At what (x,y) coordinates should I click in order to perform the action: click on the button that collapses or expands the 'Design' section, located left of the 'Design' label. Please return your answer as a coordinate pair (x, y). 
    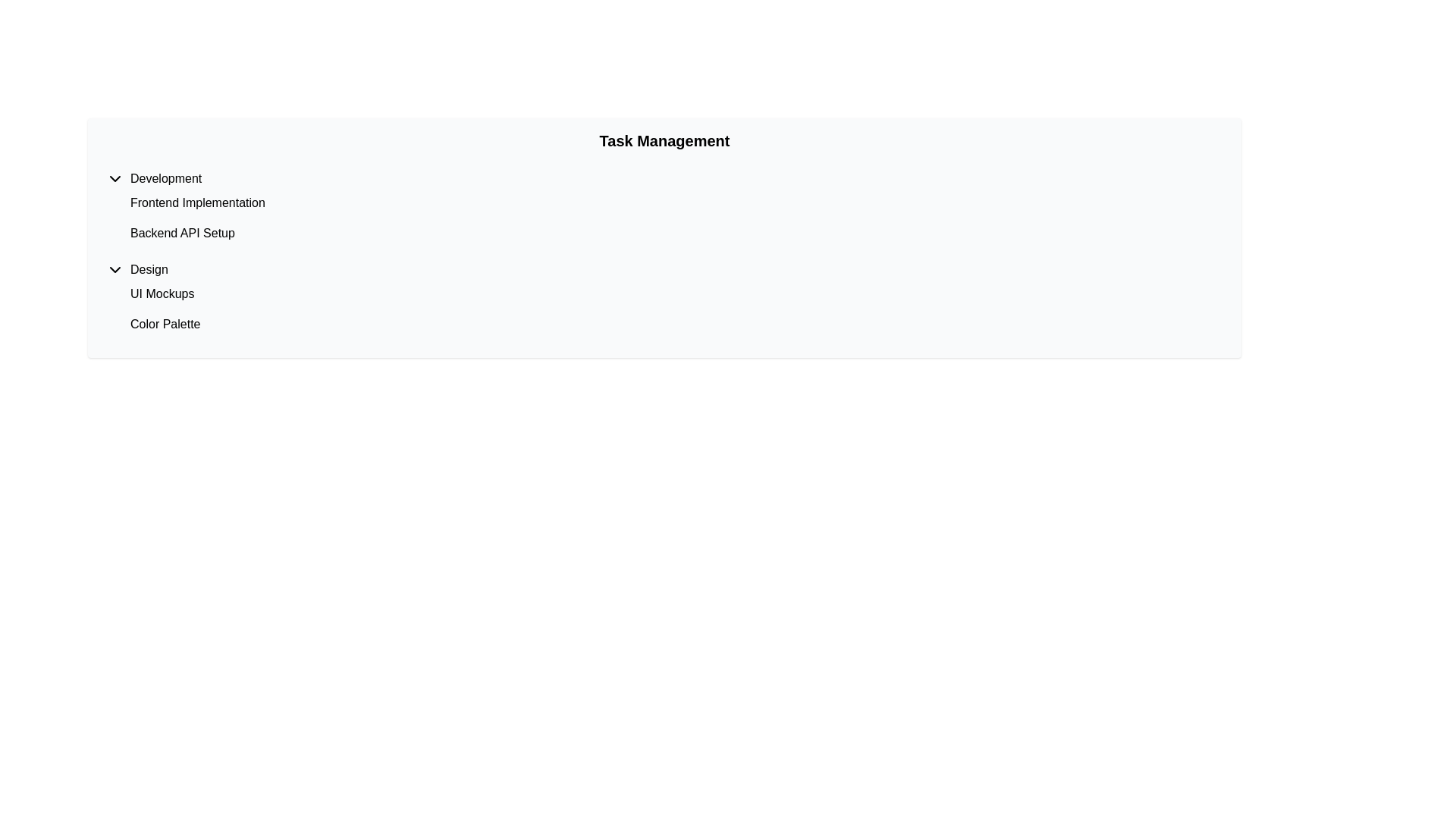
    Looking at the image, I should click on (115, 268).